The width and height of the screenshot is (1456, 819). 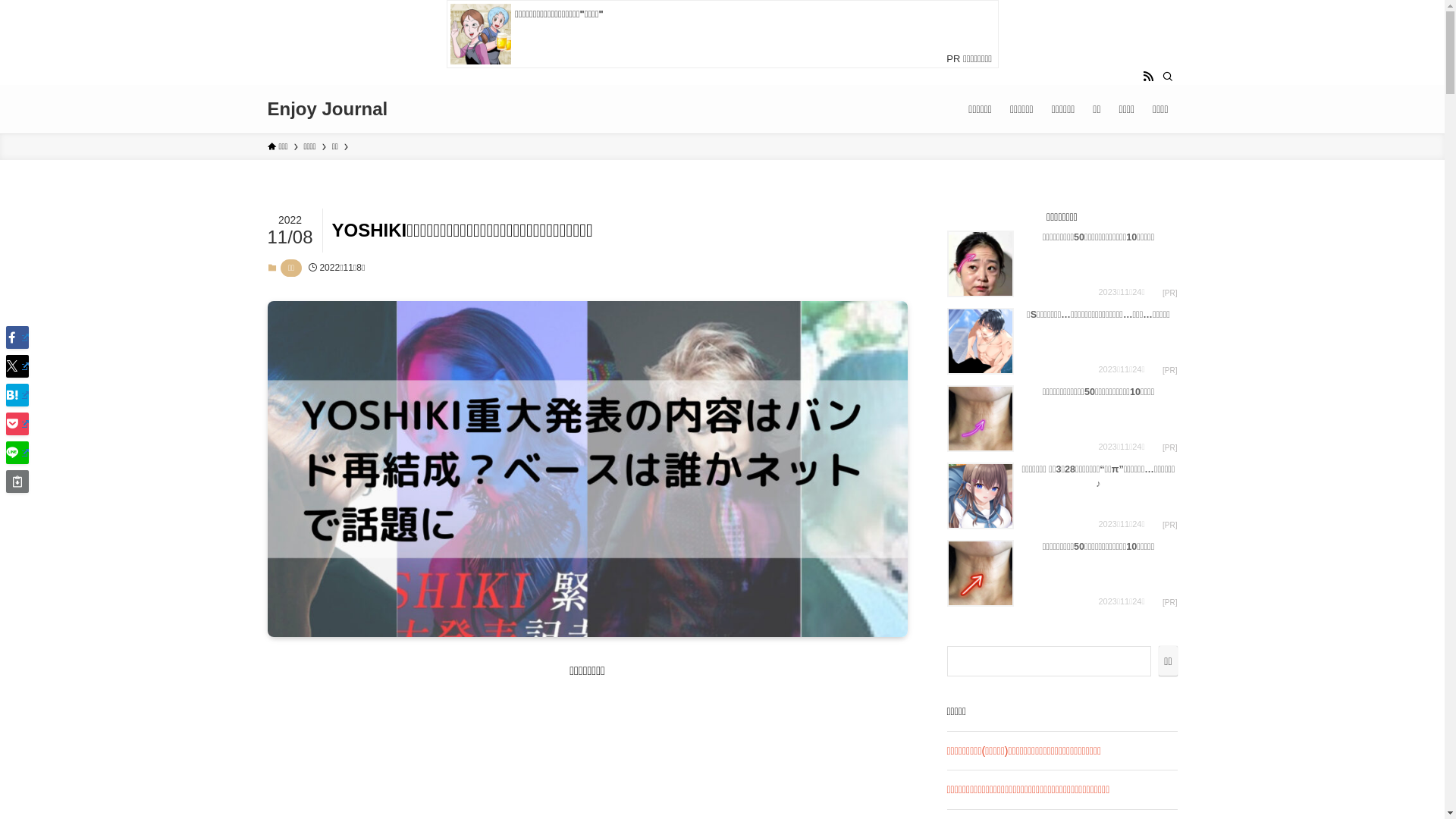 I want to click on 'Enjoy Journal', so click(x=326, y=108).